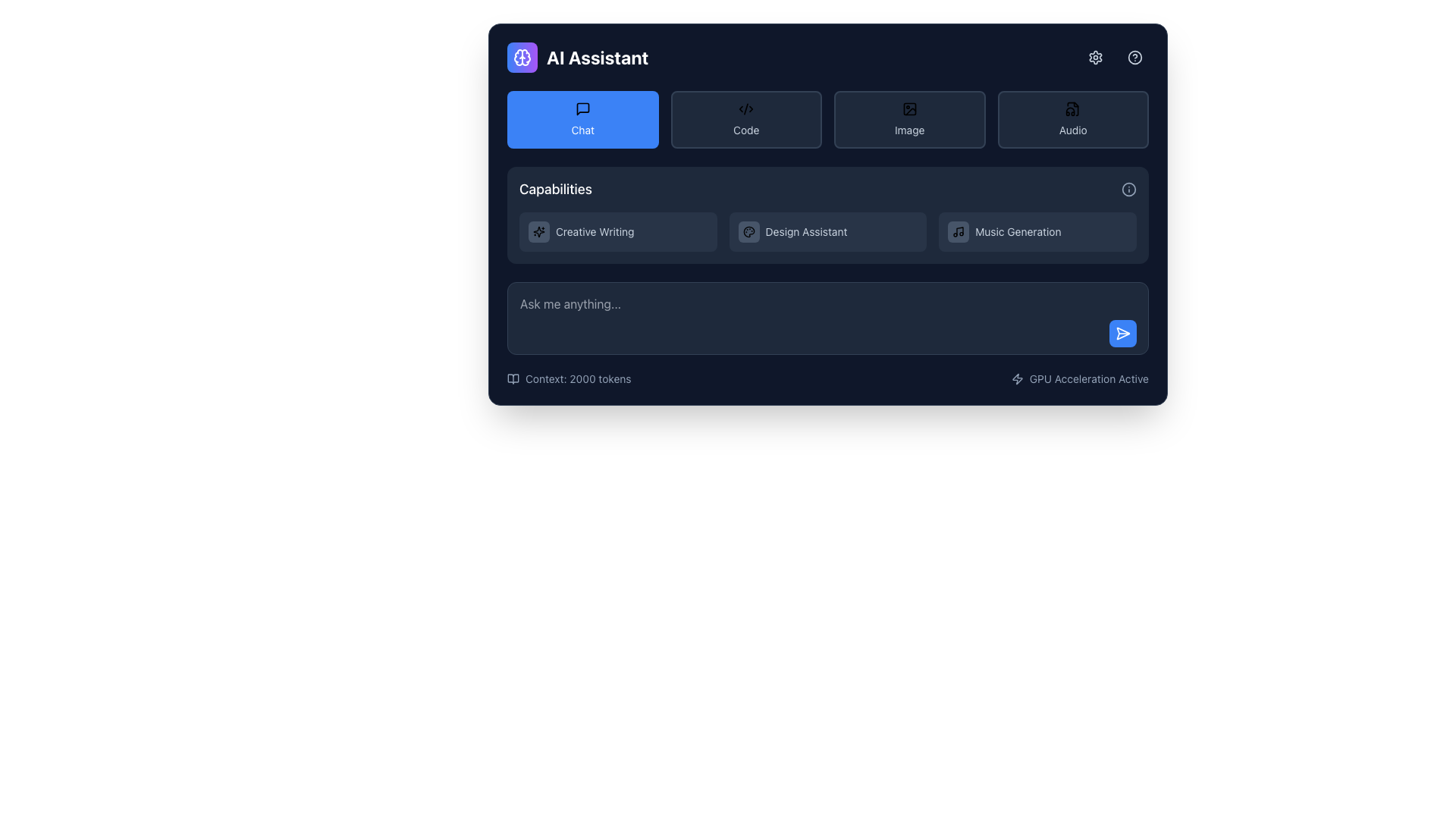 Image resolution: width=1456 pixels, height=819 pixels. Describe the element at coordinates (618, 231) in the screenshot. I see `the first selectable menu item in the 'Capabilities' section` at that location.